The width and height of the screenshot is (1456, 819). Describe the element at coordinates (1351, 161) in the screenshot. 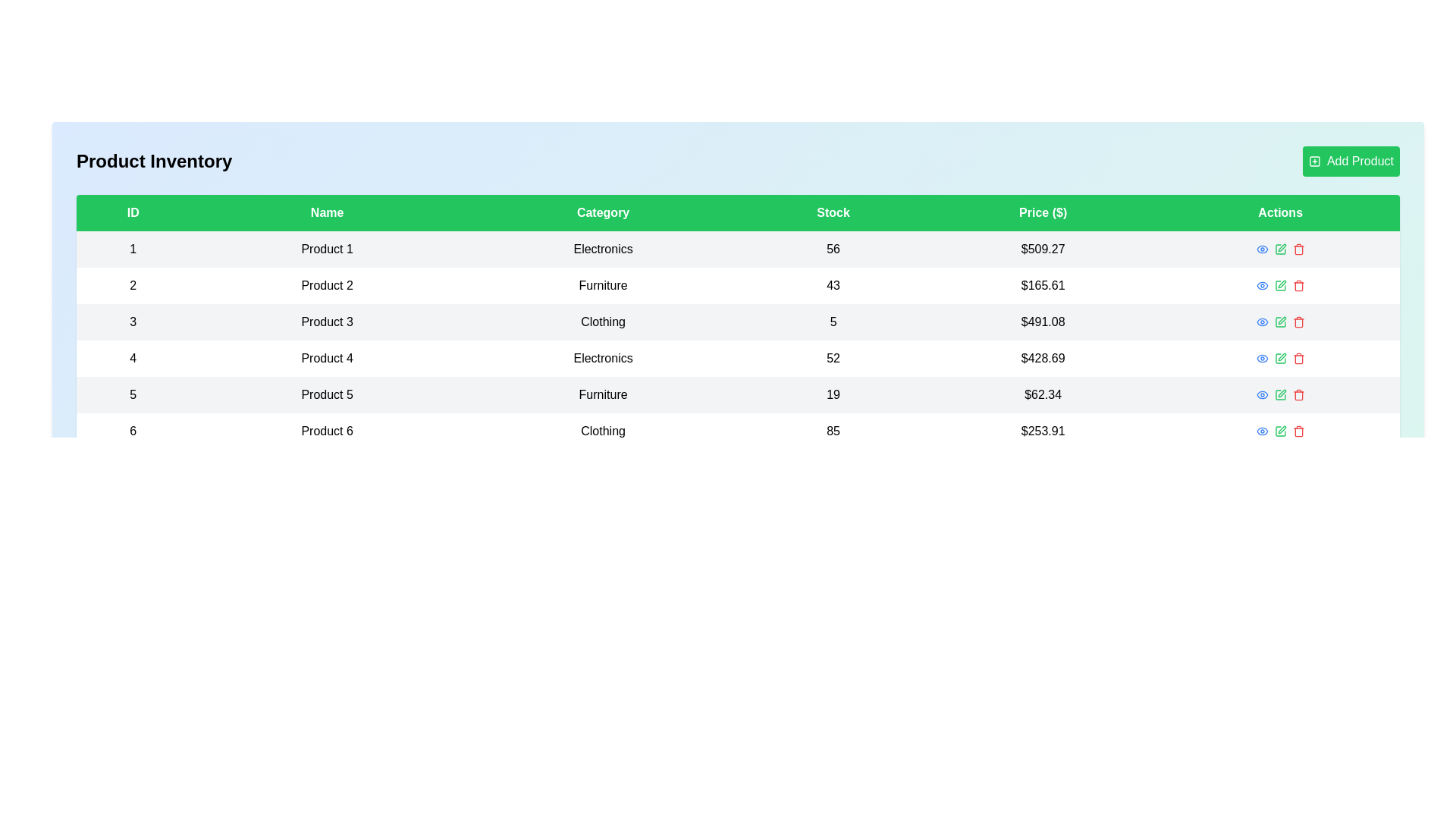

I see `the 'Add Product' button to initiate the process of adding a new product to the inventory table` at that location.